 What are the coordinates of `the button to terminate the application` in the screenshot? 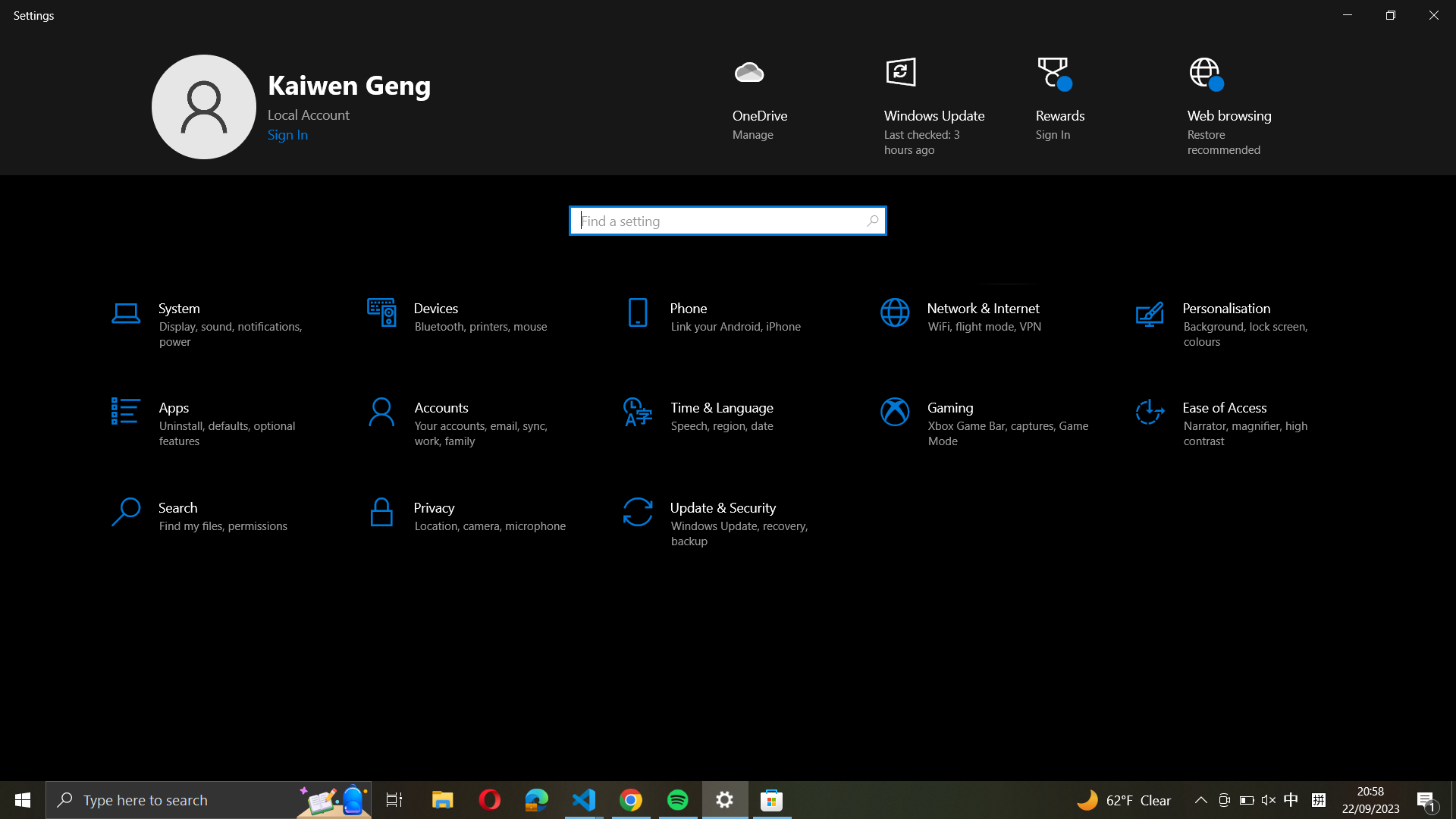 It's located at (1436, 15).